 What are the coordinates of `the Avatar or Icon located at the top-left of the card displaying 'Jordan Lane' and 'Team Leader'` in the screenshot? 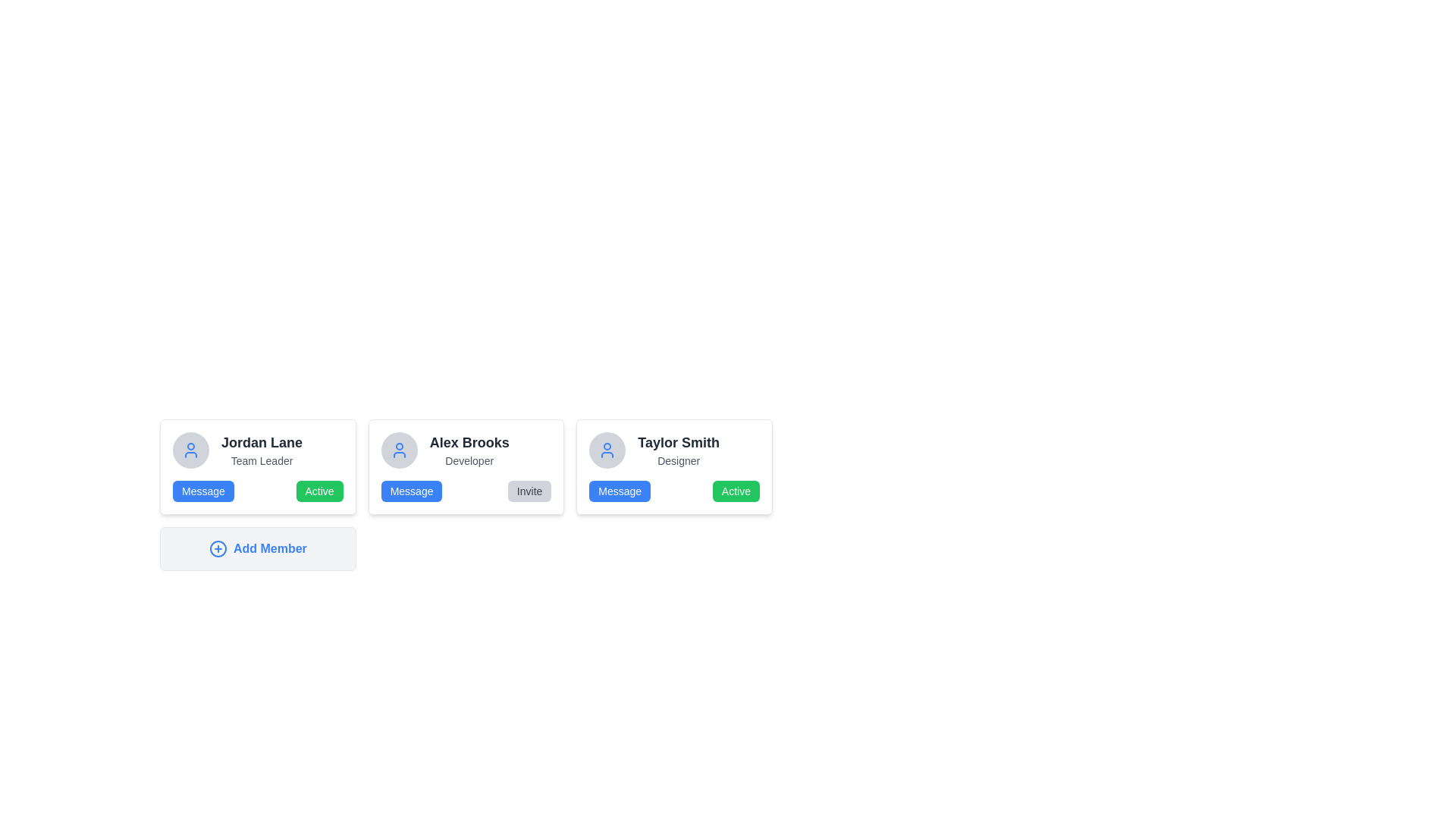 It's located at (190, 450).